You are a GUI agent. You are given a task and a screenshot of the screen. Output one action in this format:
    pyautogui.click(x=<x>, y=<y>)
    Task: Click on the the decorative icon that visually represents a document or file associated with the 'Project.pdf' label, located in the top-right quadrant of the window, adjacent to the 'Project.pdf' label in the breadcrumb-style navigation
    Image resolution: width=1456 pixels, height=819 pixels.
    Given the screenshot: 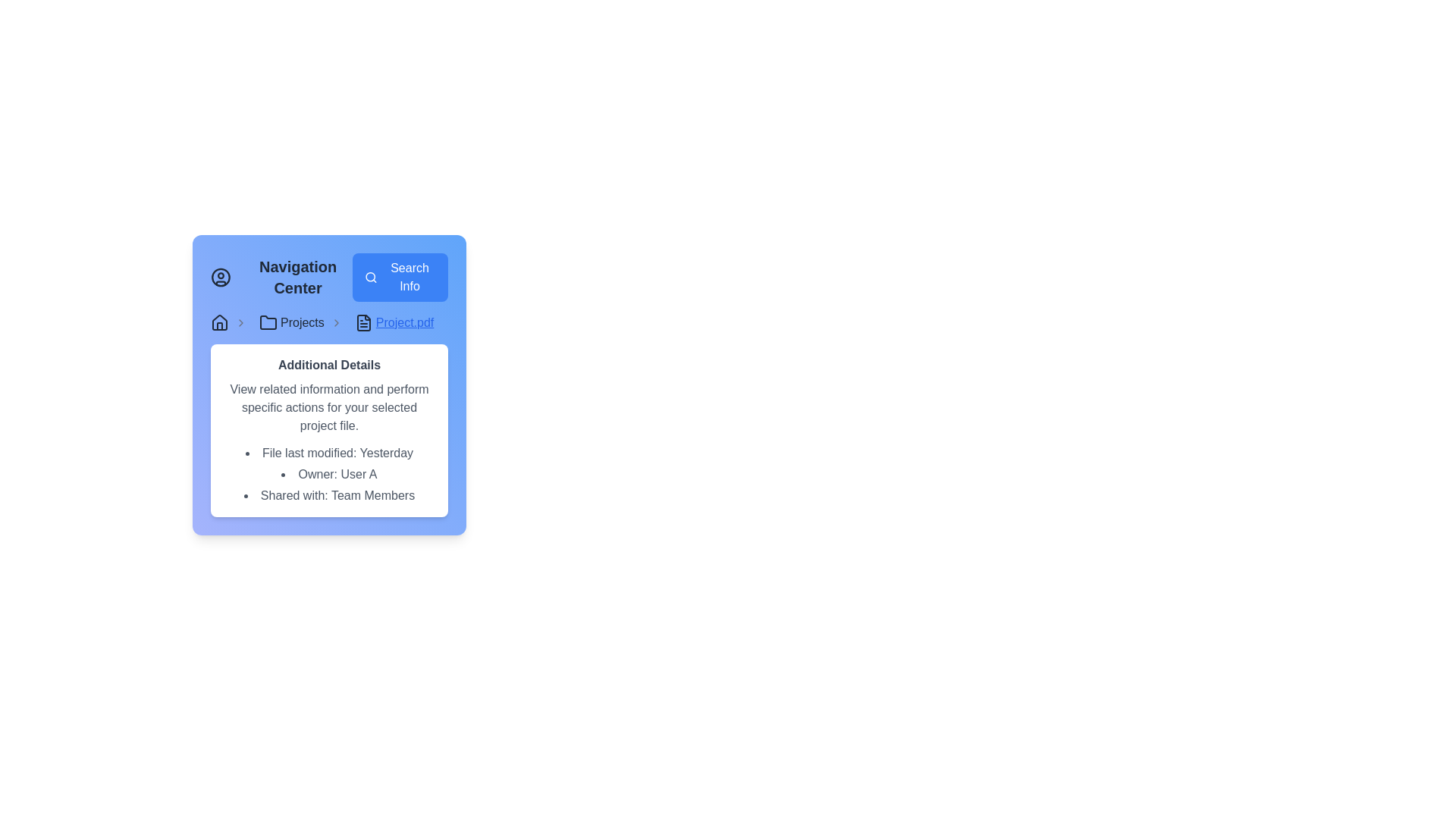 What is the action you would take?
    pyautogui.click(x=362, y=322)
    